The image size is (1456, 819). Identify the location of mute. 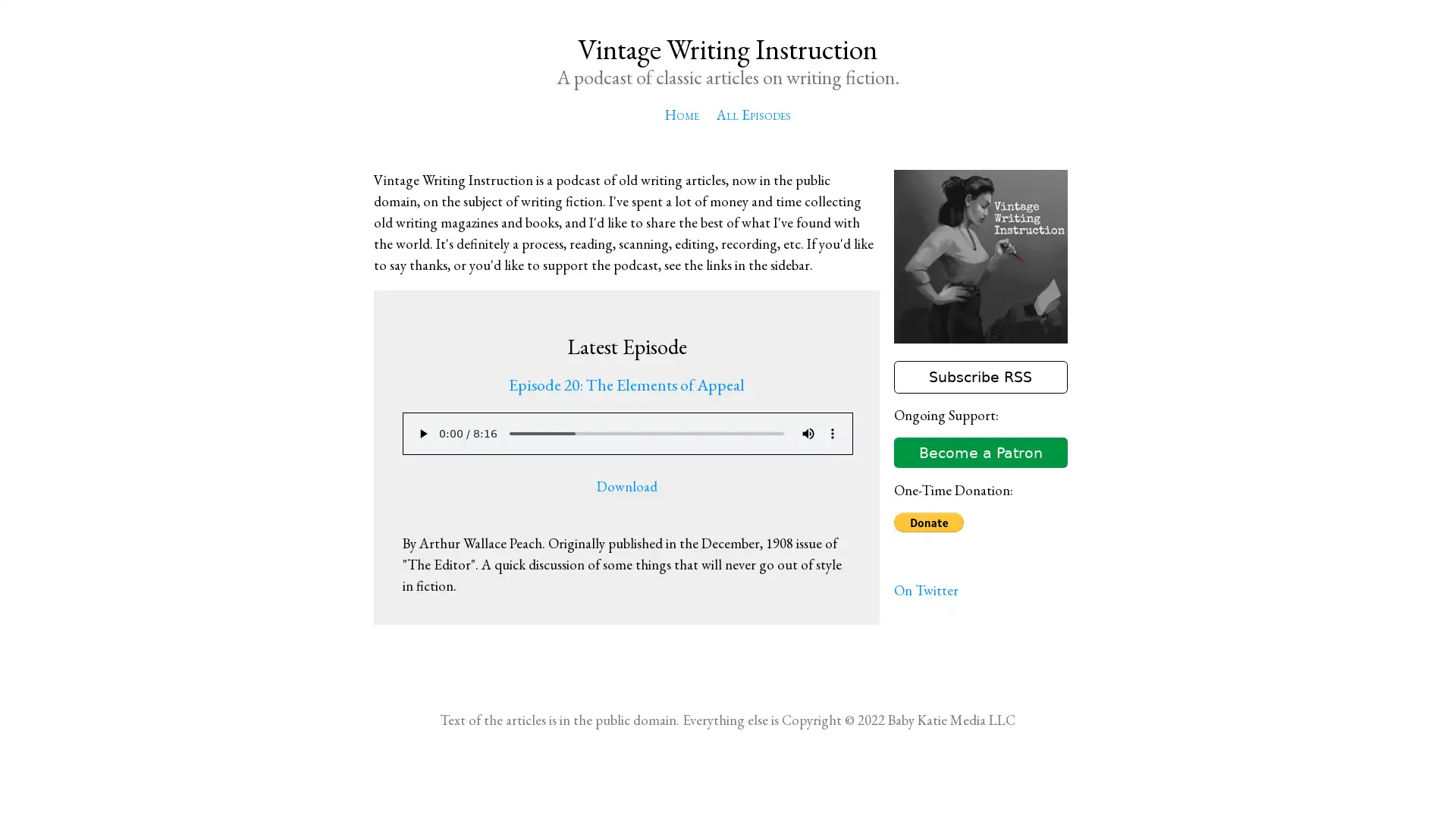
(807, 433).